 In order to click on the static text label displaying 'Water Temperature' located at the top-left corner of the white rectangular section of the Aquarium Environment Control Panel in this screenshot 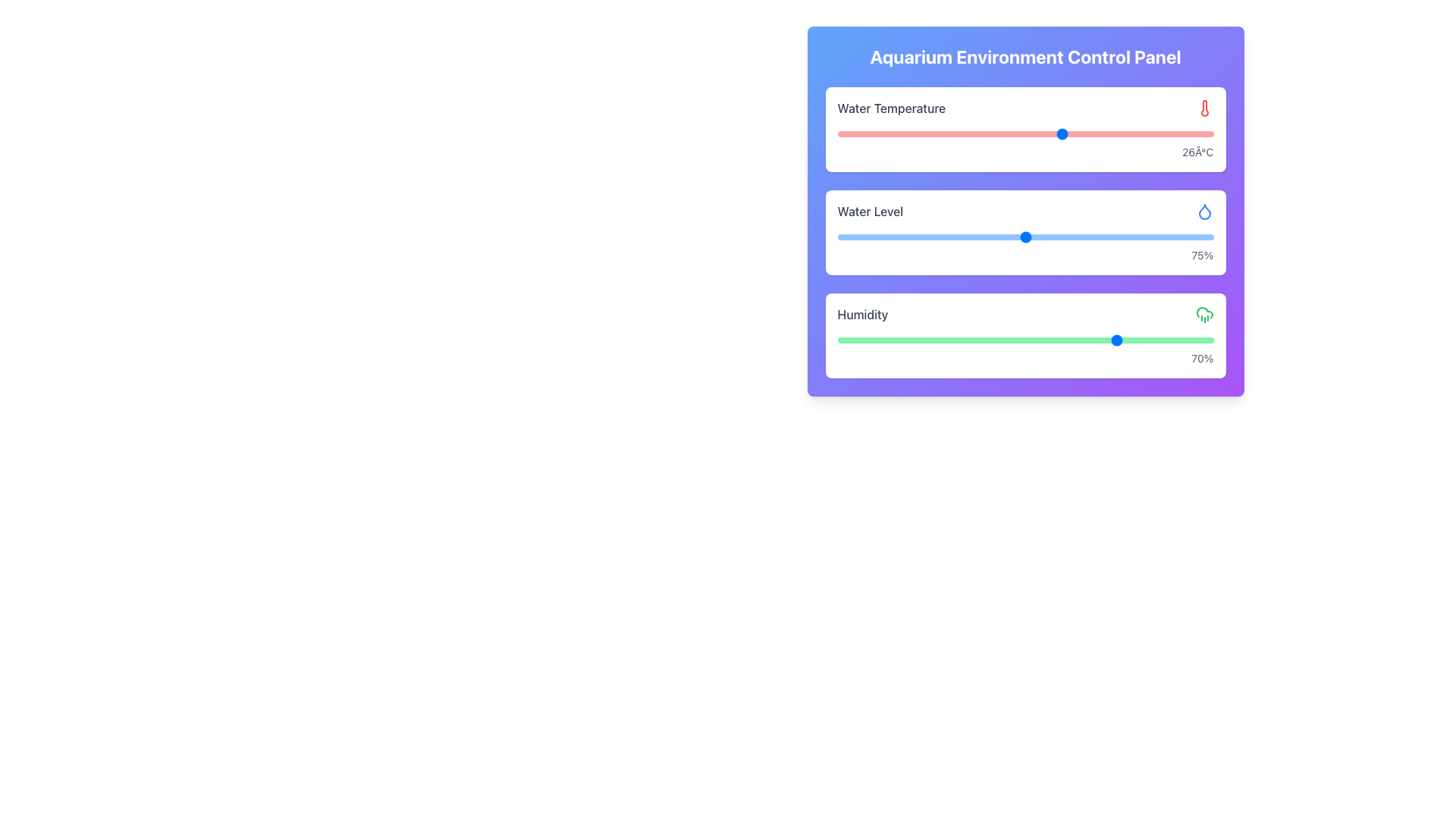, I will do `click(891, 107)`.